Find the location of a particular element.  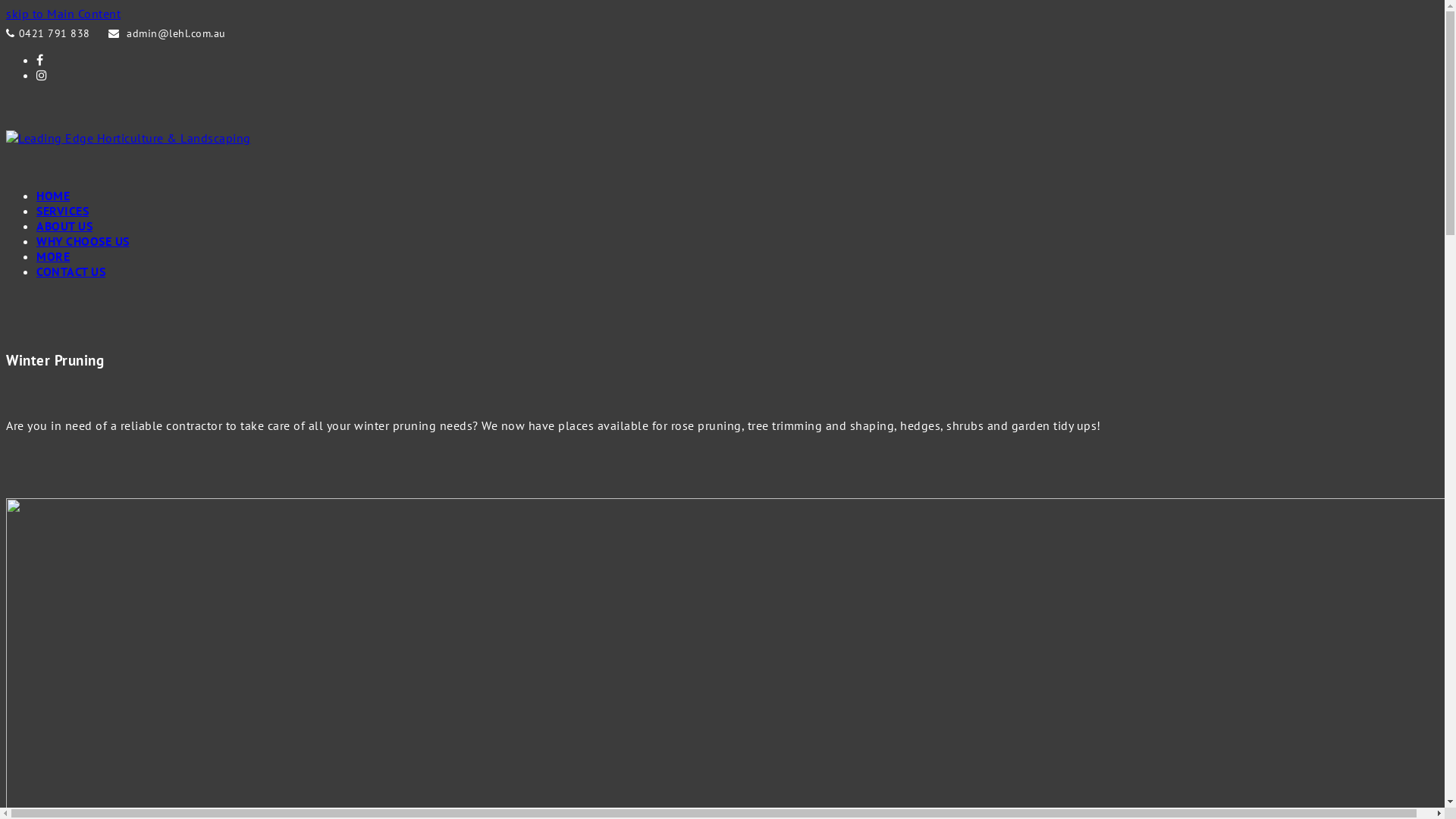

'ABOUT US' is located at coordinates (64, 225).